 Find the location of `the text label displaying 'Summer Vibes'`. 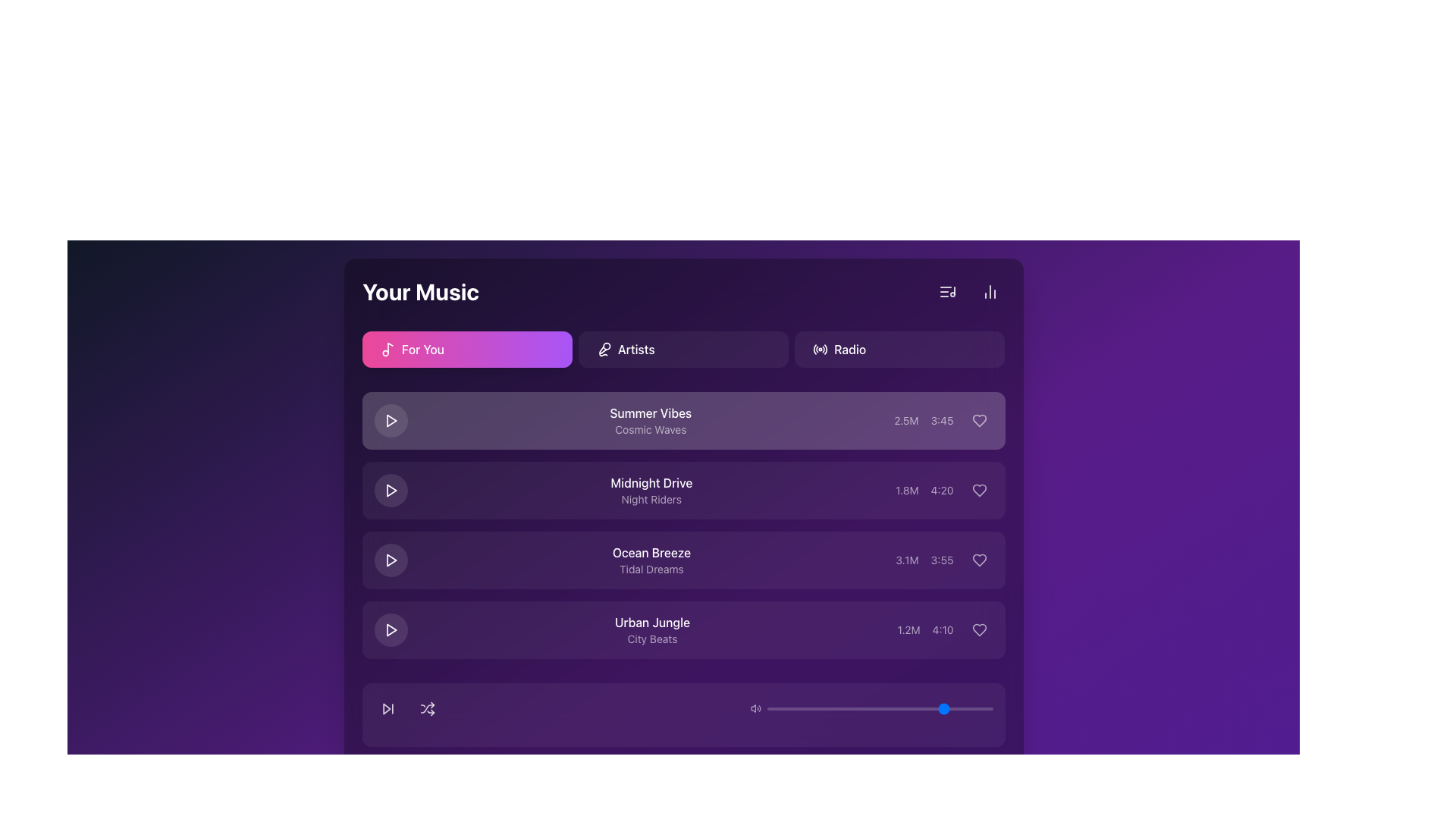

the text label displaying 'Summer Vibes' is located at coordinates (651, 413).